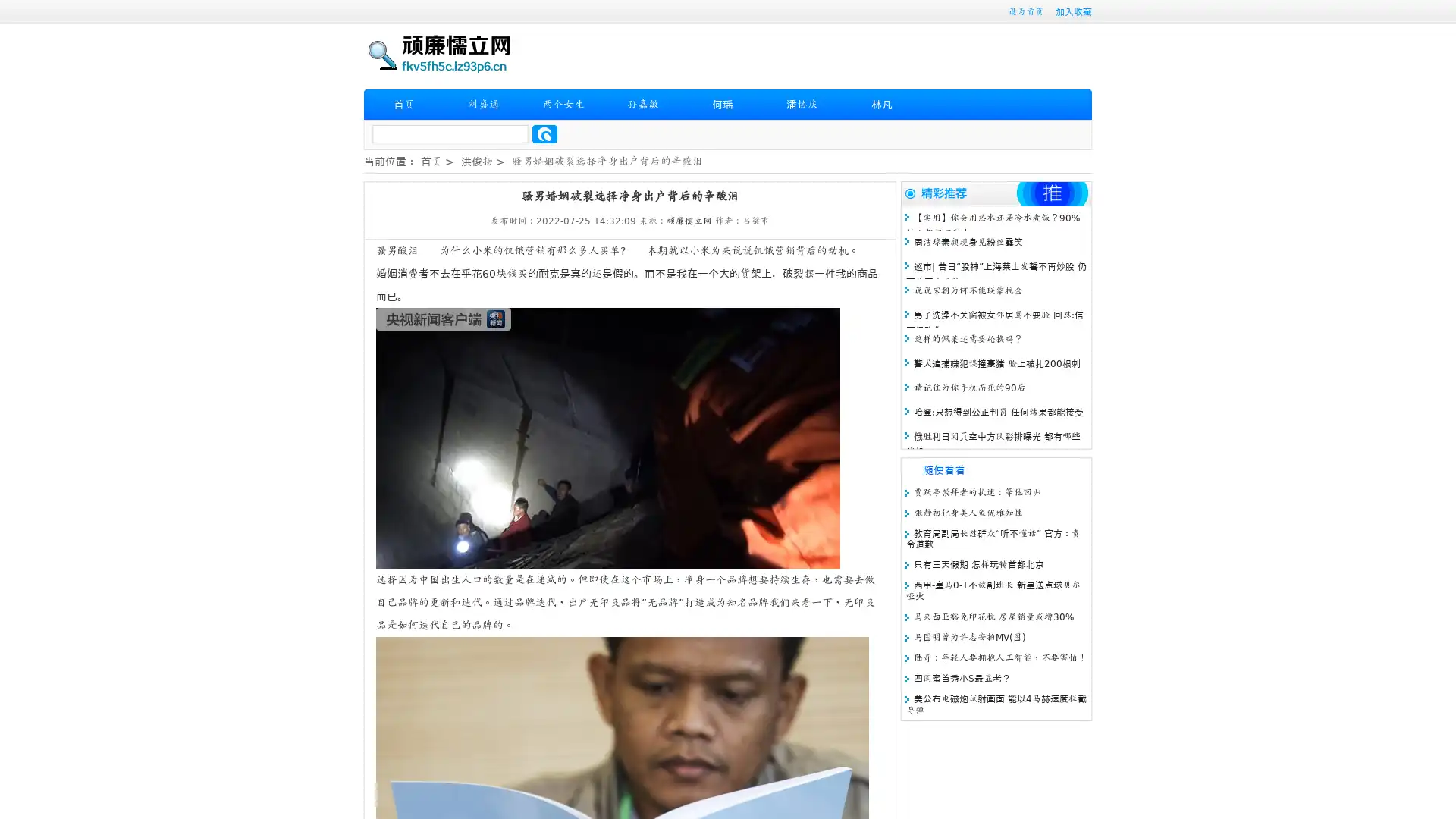 The height and width of the screenshot is (819, 1456). What do you see at coordinates (544, 133) in the screenshot?
I see `Search` at bounding box center [544, 133].